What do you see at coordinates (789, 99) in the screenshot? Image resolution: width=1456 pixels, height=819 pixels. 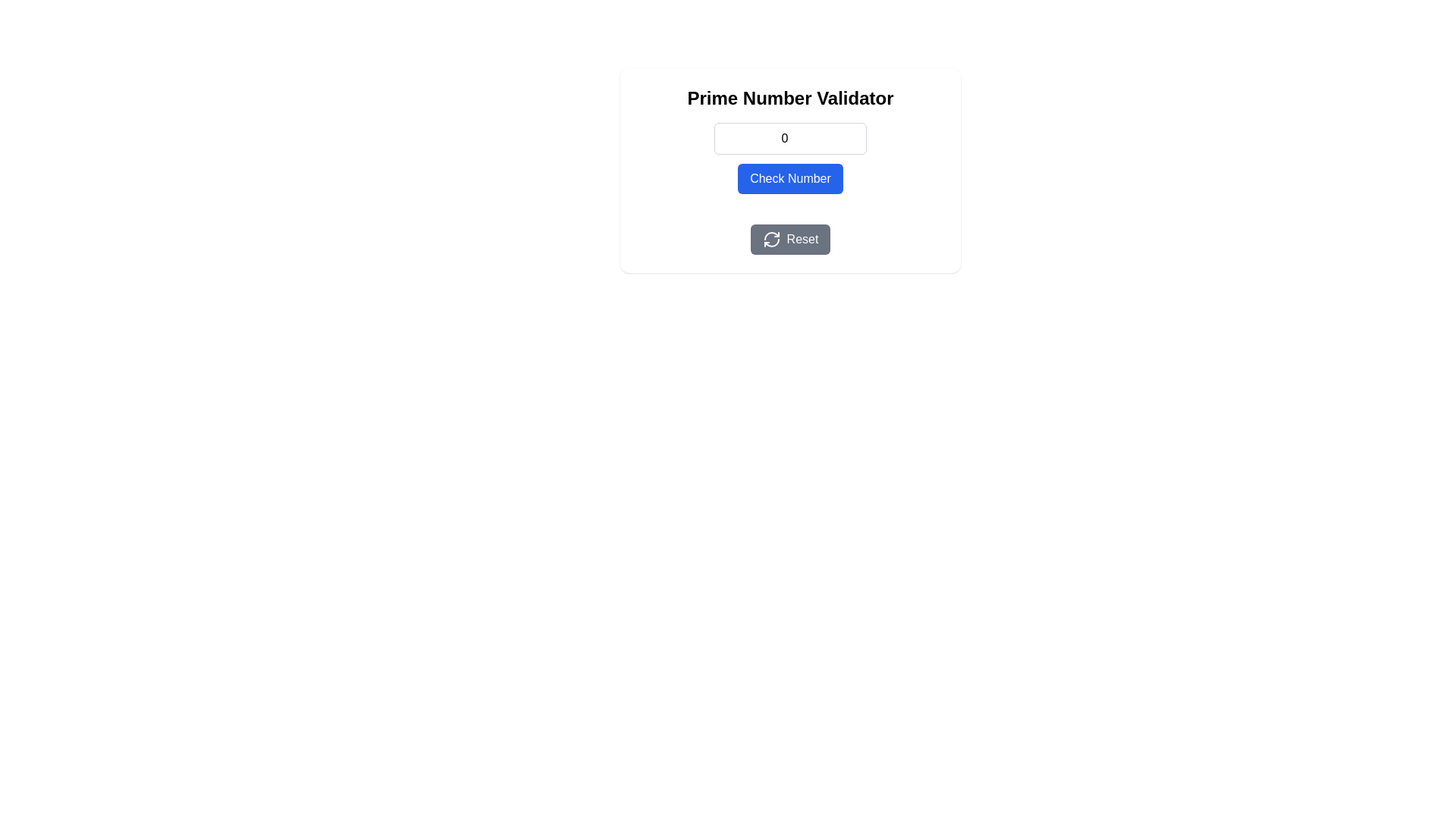 I see `the bold, centered text reading 'Prime Number Validator', which is prominently positioned above other interactive components` at bounding box center [789, 99].